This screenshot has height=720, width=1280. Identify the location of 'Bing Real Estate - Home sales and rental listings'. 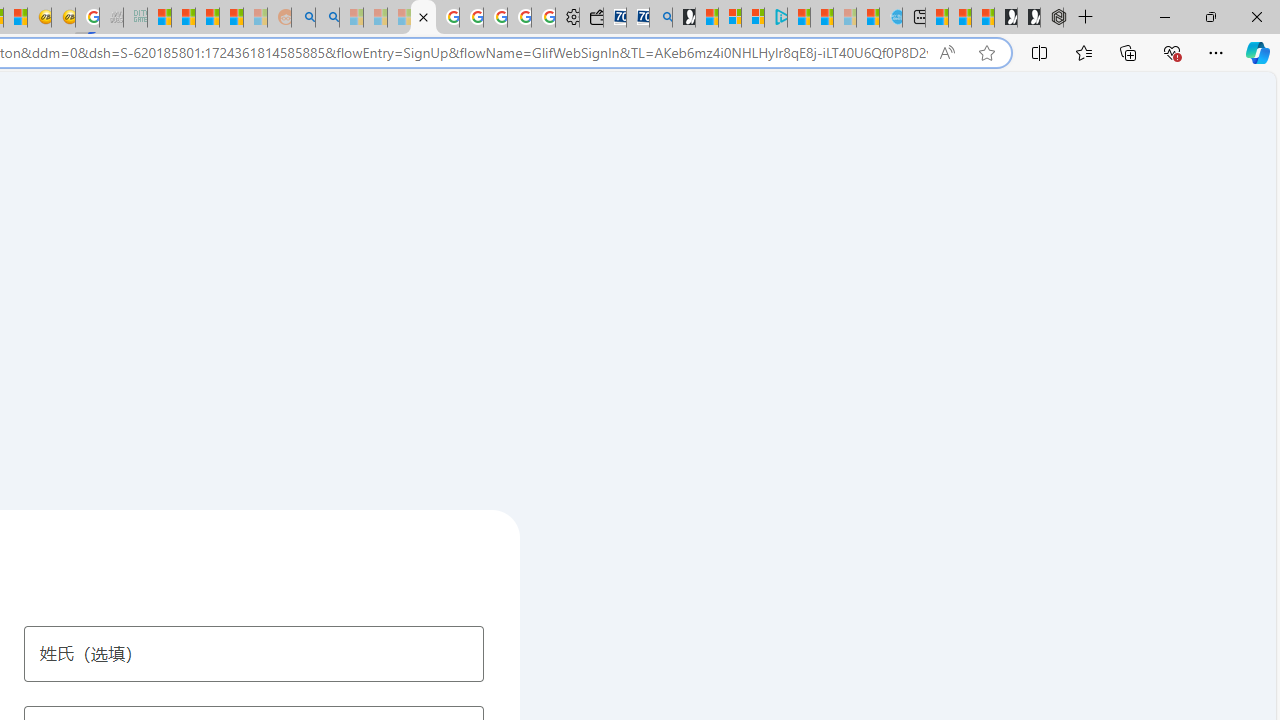
(661, 17).